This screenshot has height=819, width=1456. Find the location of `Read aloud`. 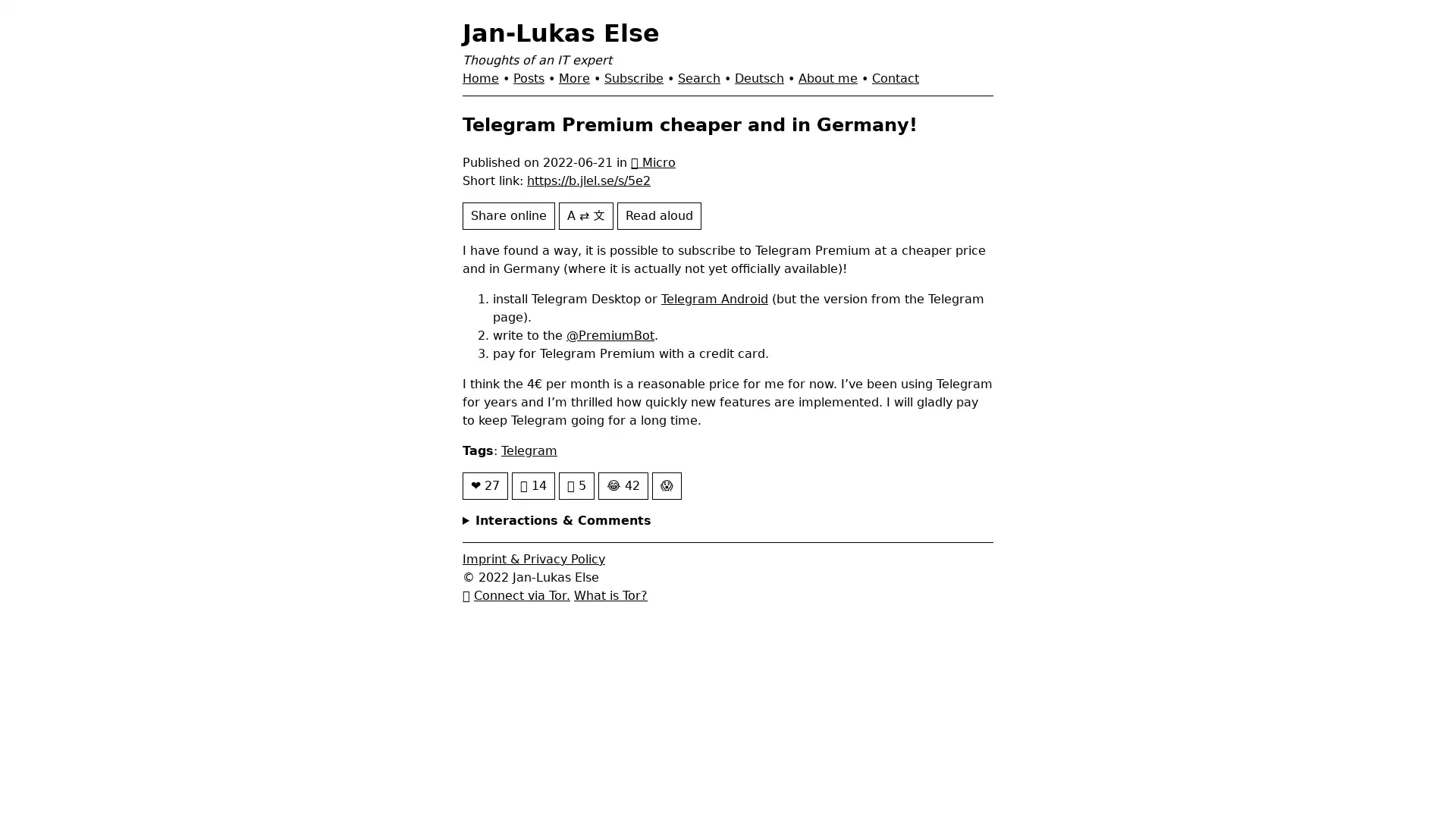

Read aloud is located at coordinates (659, 215).